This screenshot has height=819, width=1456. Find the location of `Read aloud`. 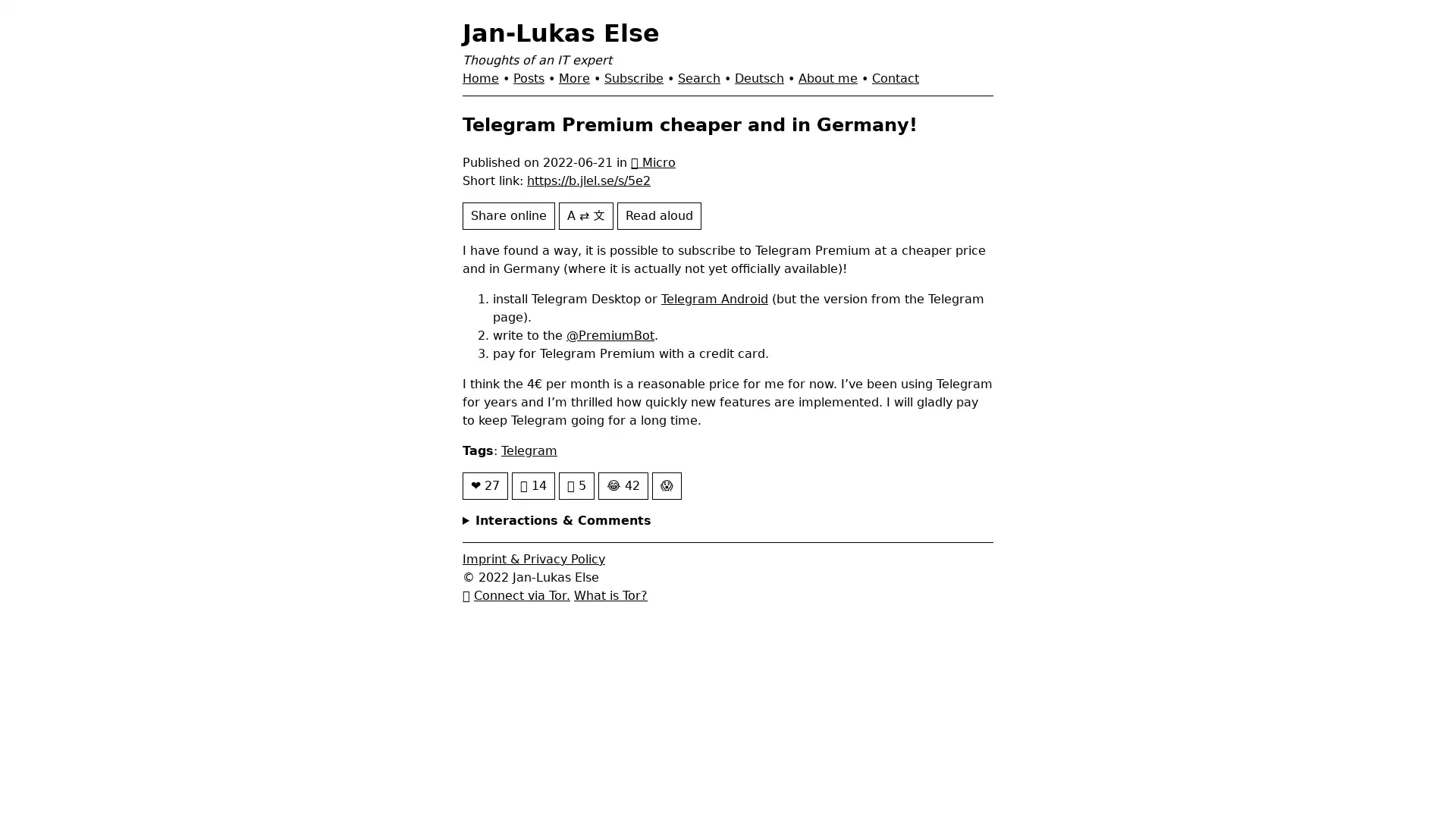

Read aloud is located at coordinates (659, 215).